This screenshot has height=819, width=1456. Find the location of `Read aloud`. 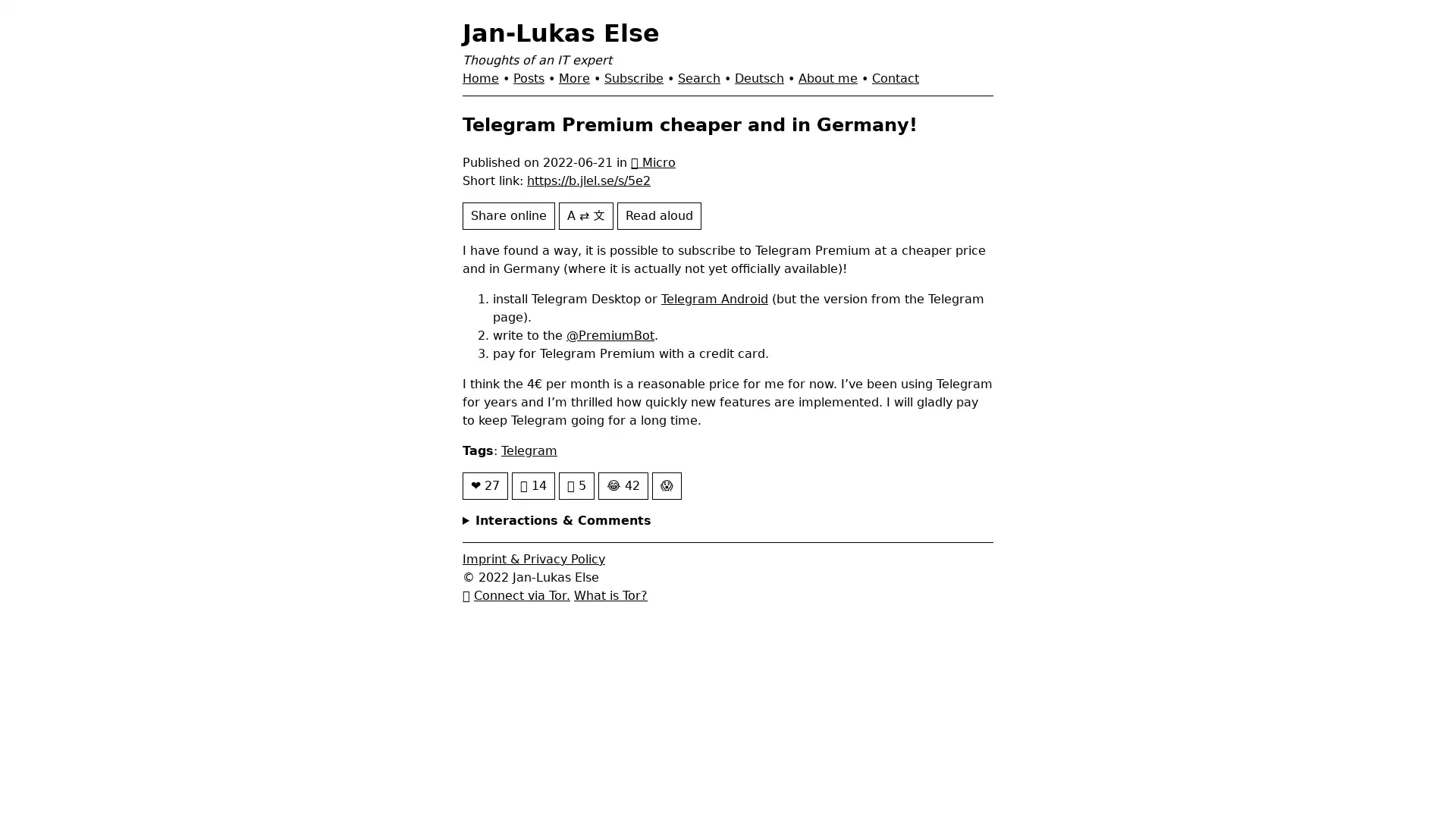

Read aloud is located at coordinates (659, 215).